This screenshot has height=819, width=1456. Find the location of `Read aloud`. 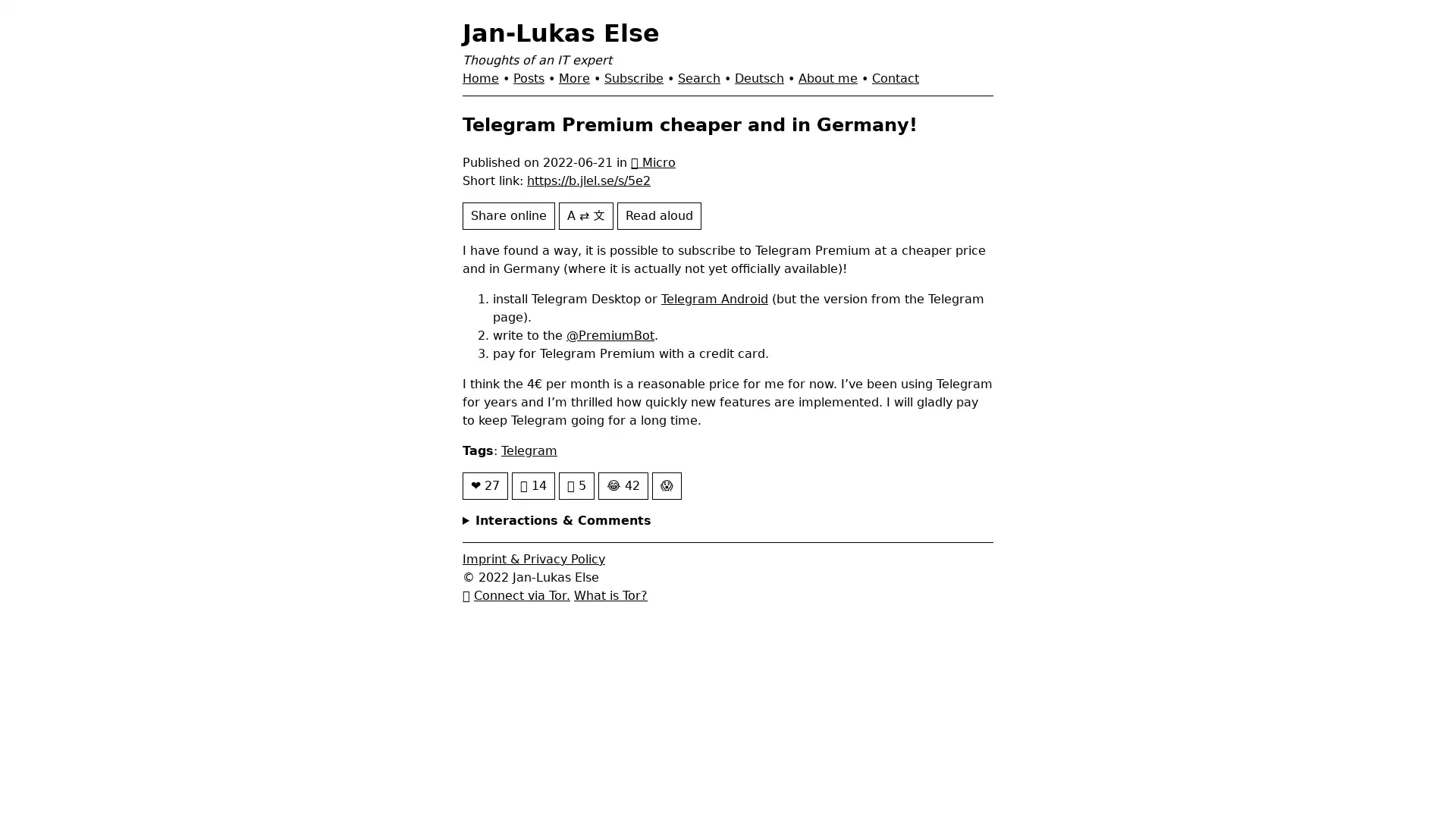

Read aloud is located at coordinates (659, 215).